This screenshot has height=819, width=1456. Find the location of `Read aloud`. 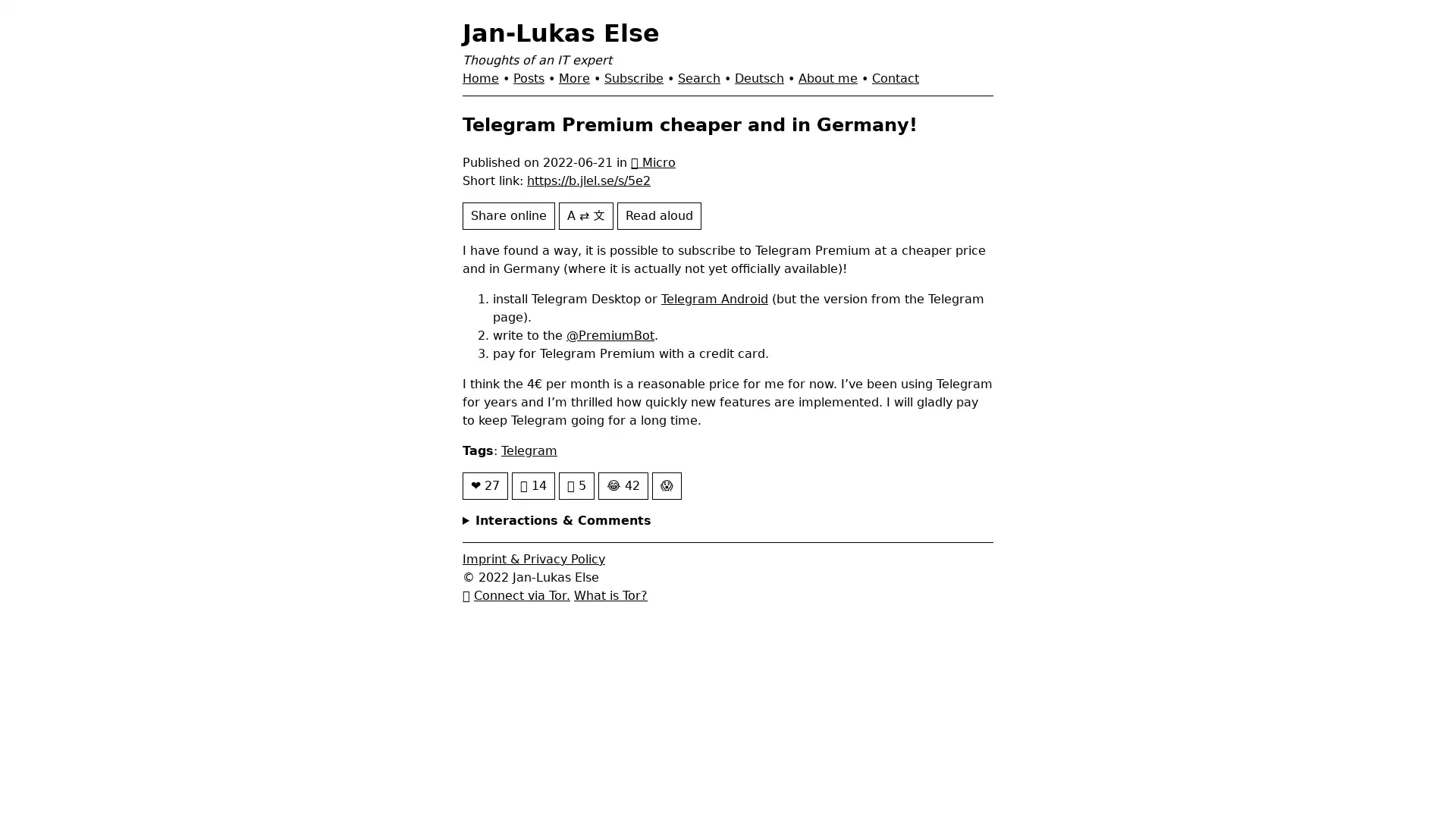

Read aloud is located at coordinates (659, 215).